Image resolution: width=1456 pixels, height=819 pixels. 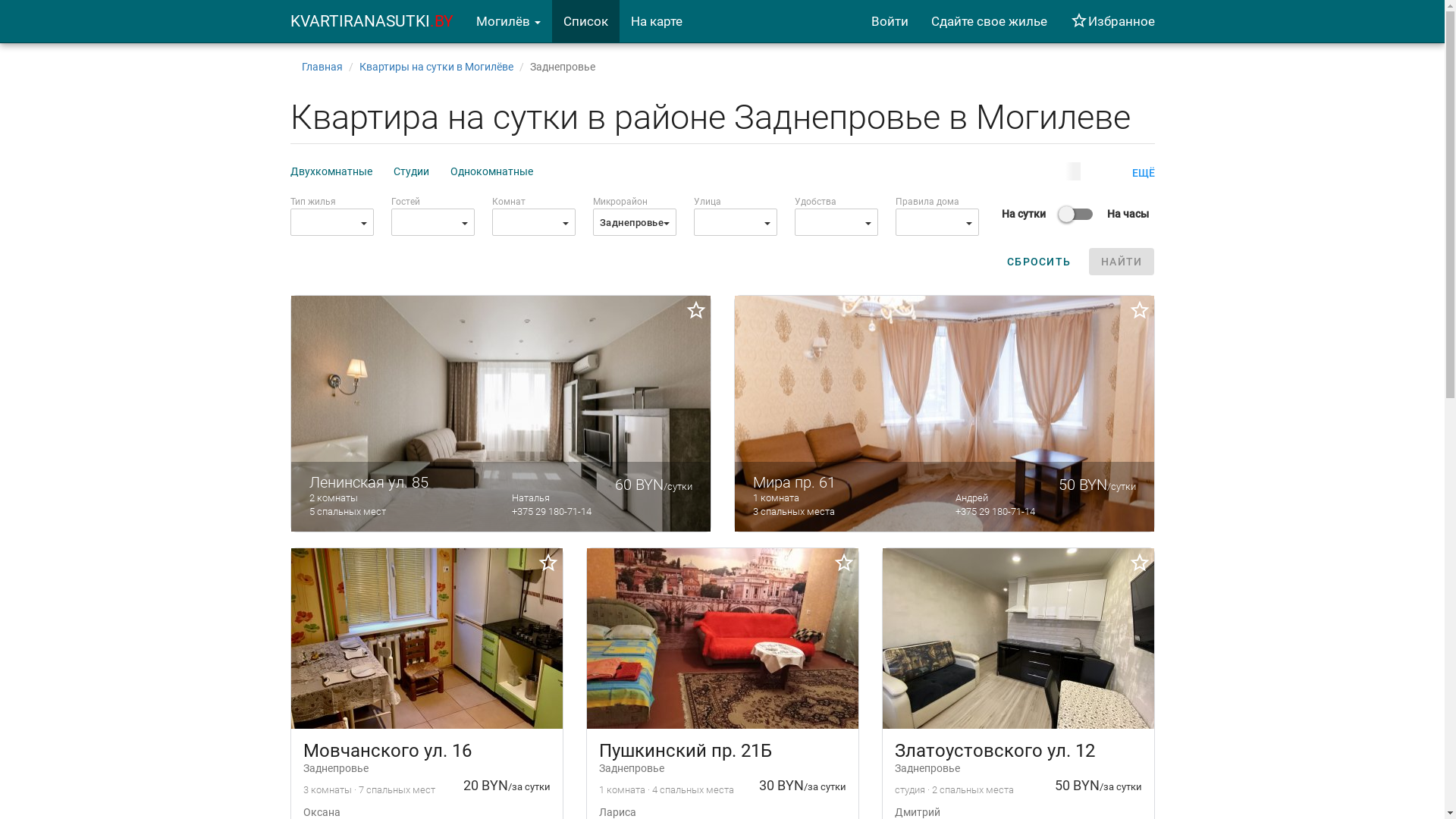 I want to click on 'KVARTIRANASUTKI.BY', so click(x=279, y=20).